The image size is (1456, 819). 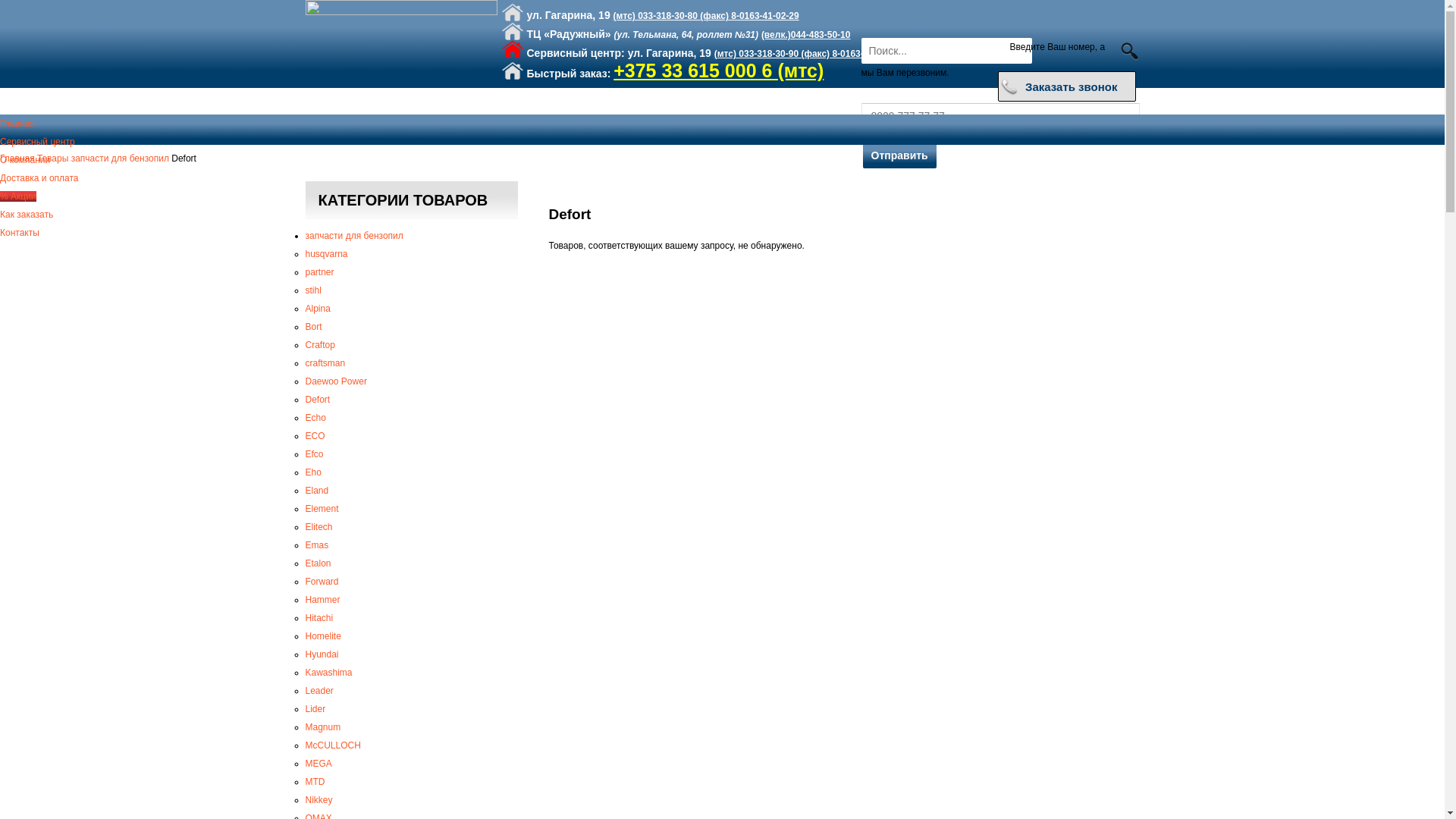 I want to click on 'Elitech', so click(x=304, y=526).